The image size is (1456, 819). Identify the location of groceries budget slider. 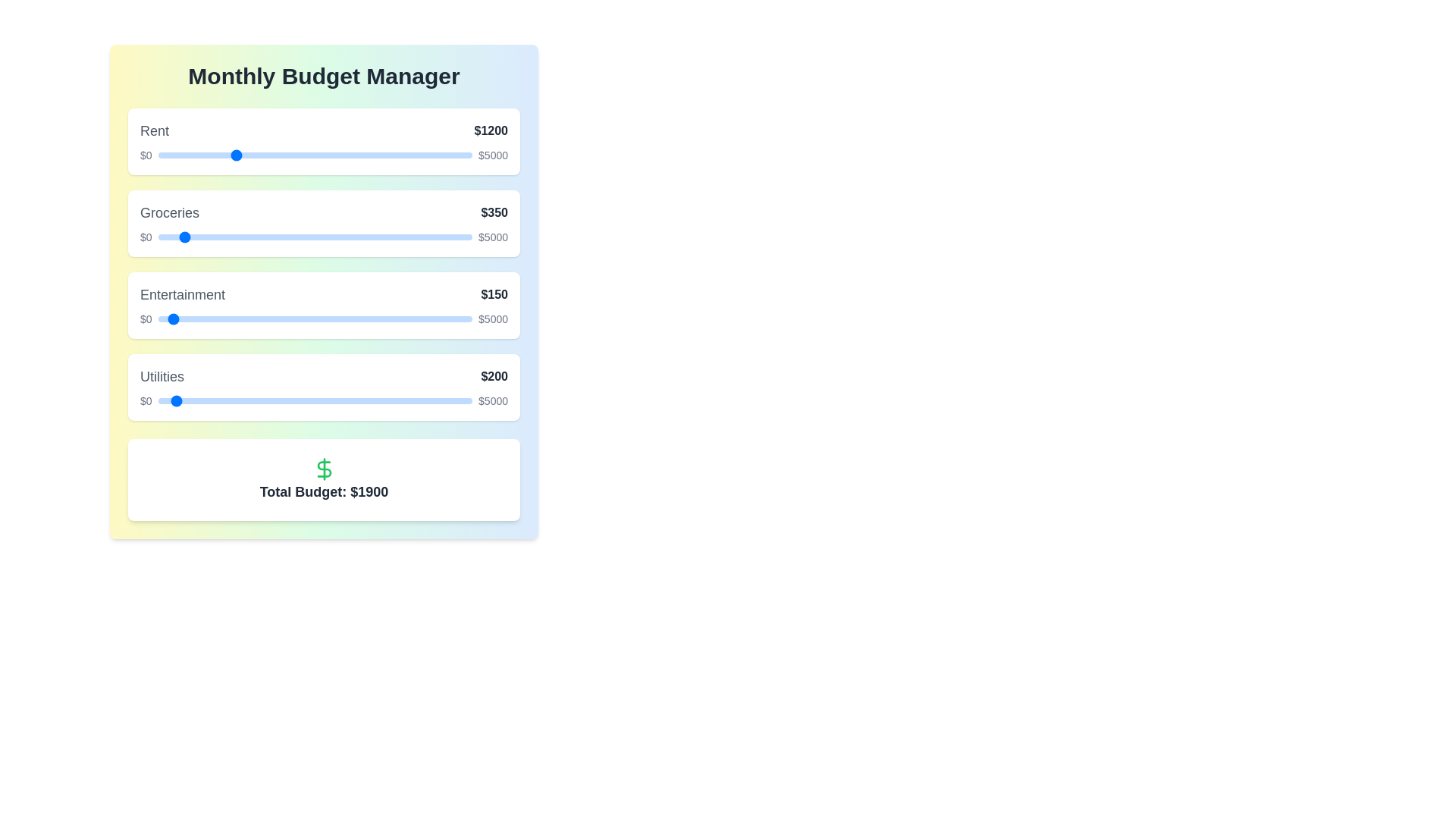
(359, 237).